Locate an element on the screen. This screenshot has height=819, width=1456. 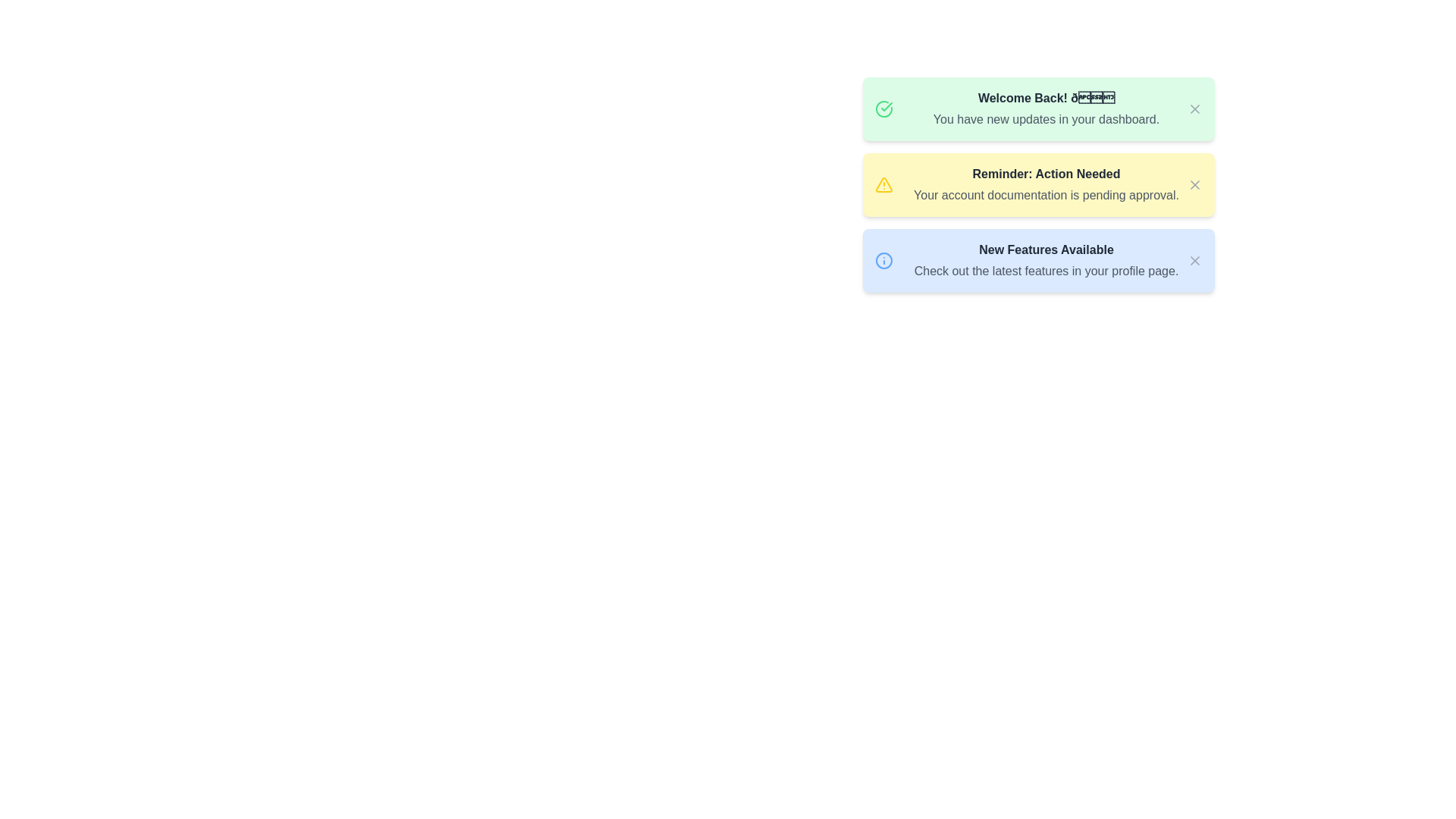
the circular checkmark icon located at the top left corner of the green rectangular panel with the 'Welcome Back!' message is located at coordinates (884, 108).